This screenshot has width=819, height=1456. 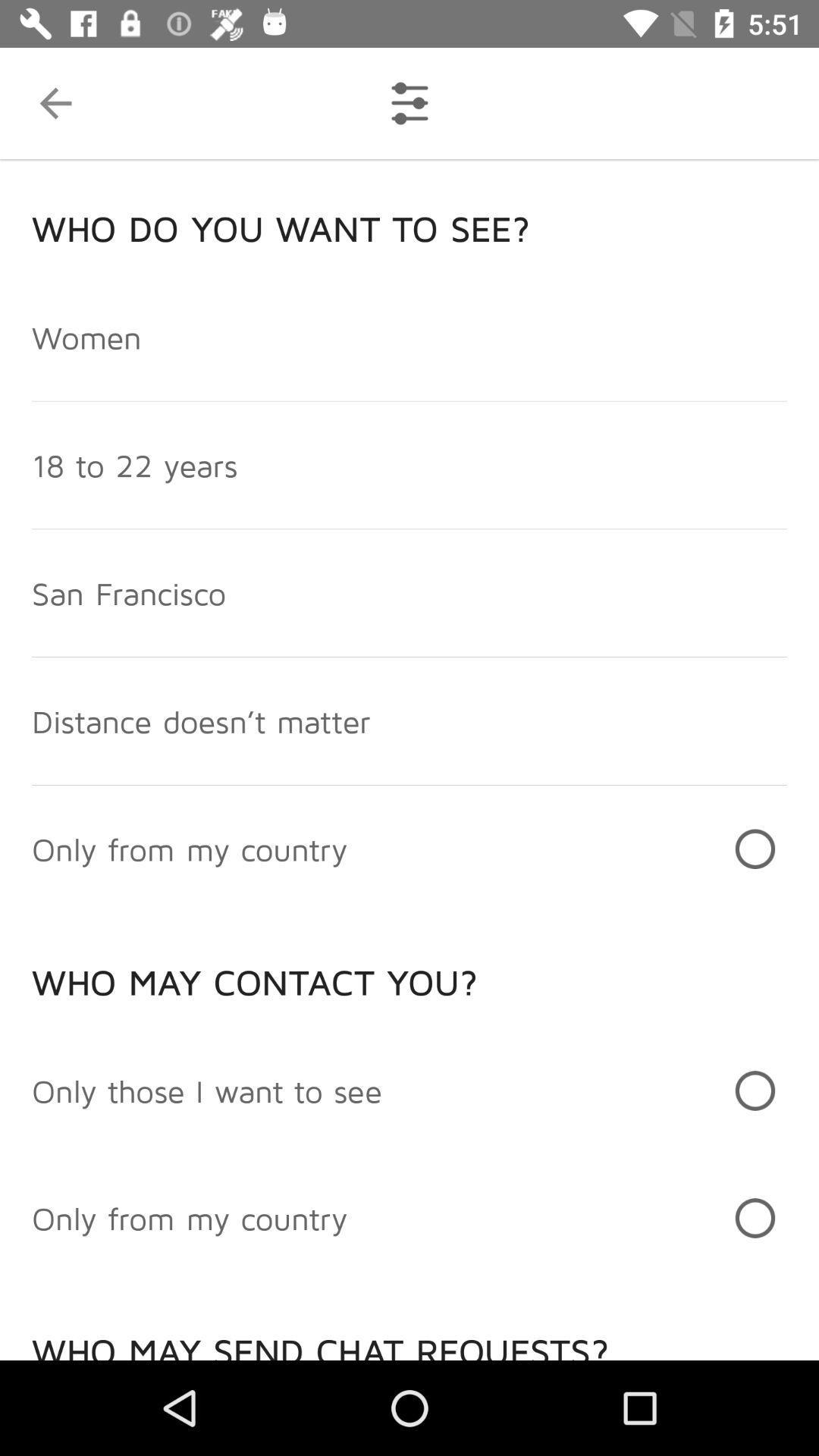 What do you see at coordinates (200, 720) in the screenshot?
I see `the distance doesn t` at bounding box center [200, 720].